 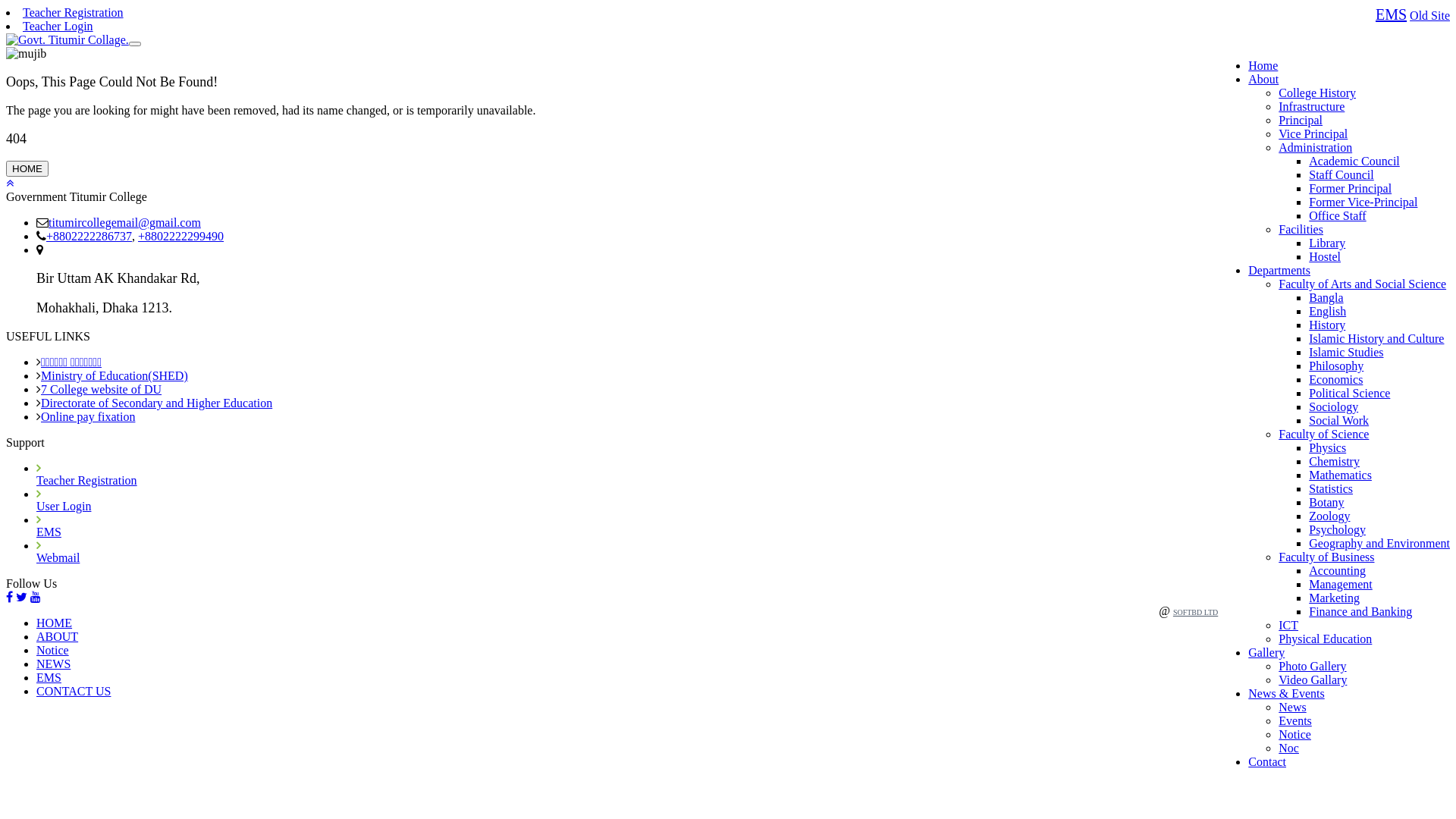 I want to click on 'Chemistry', so click(x=1333, y=460).